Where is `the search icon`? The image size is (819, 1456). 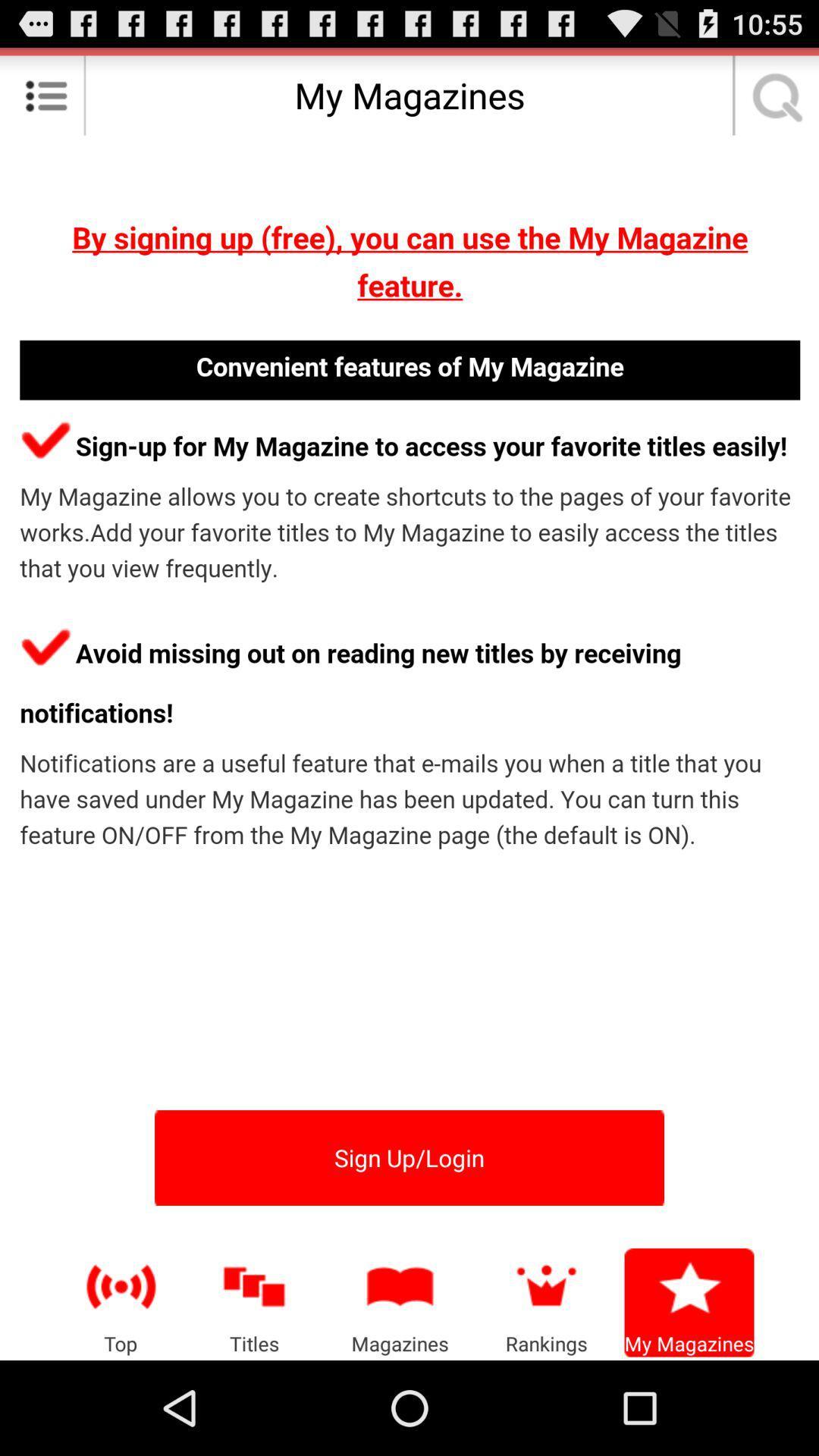 the search icon is located at coordinates (772, 101).